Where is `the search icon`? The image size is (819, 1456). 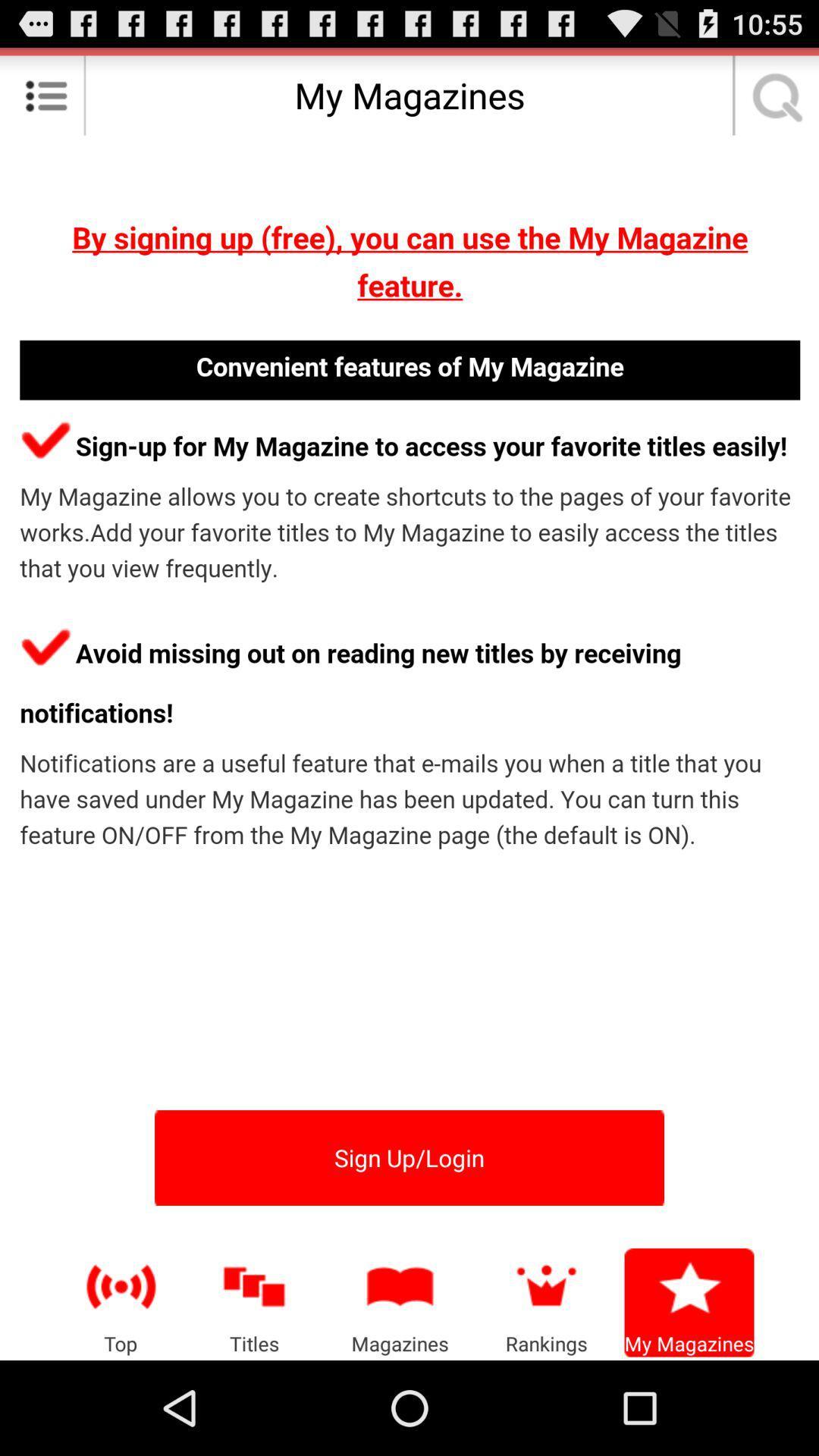 the search icon is located at coordinates (772, 101).